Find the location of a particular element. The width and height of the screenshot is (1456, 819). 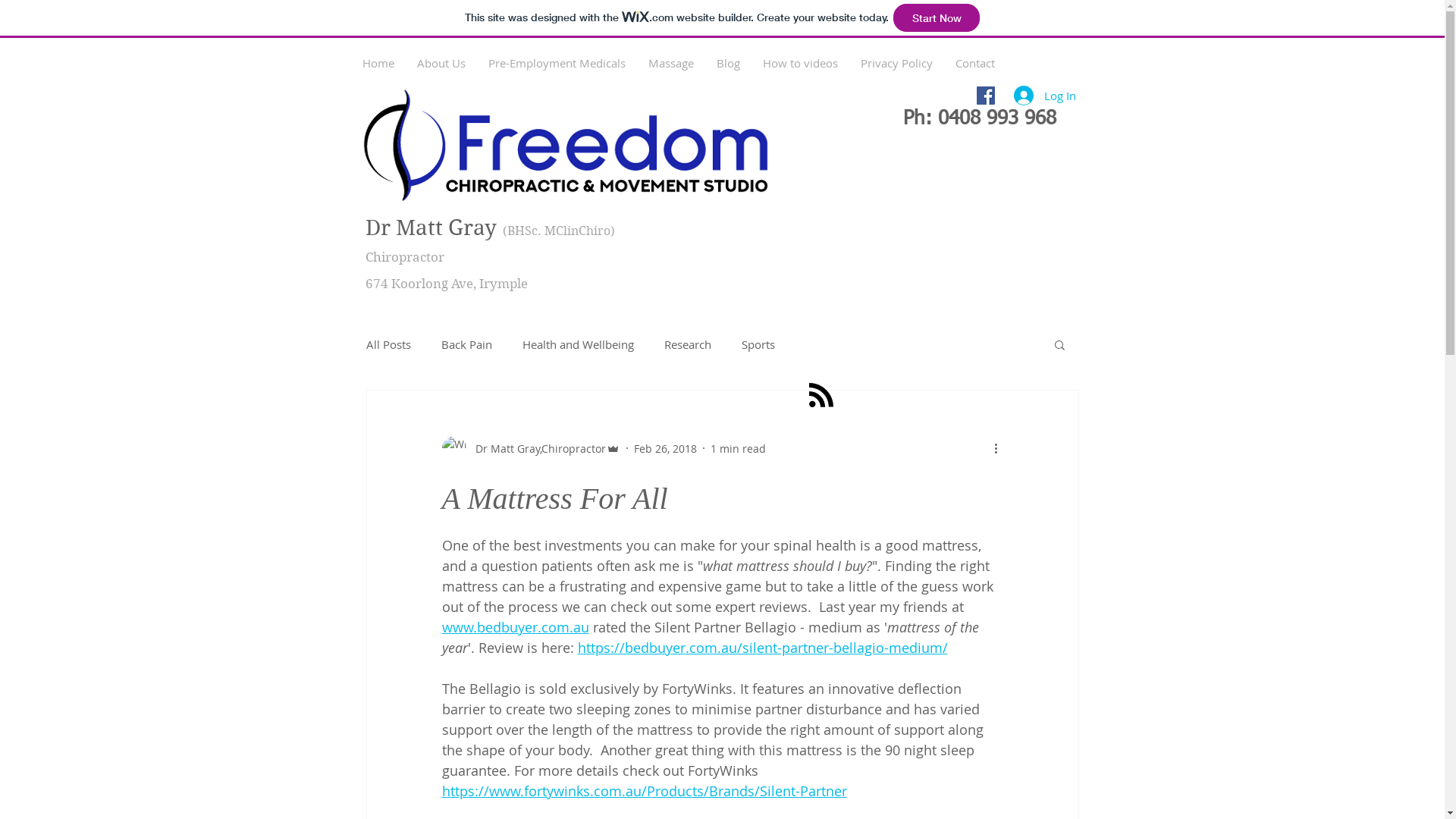

'Home' is located at coordinates (378, 62).